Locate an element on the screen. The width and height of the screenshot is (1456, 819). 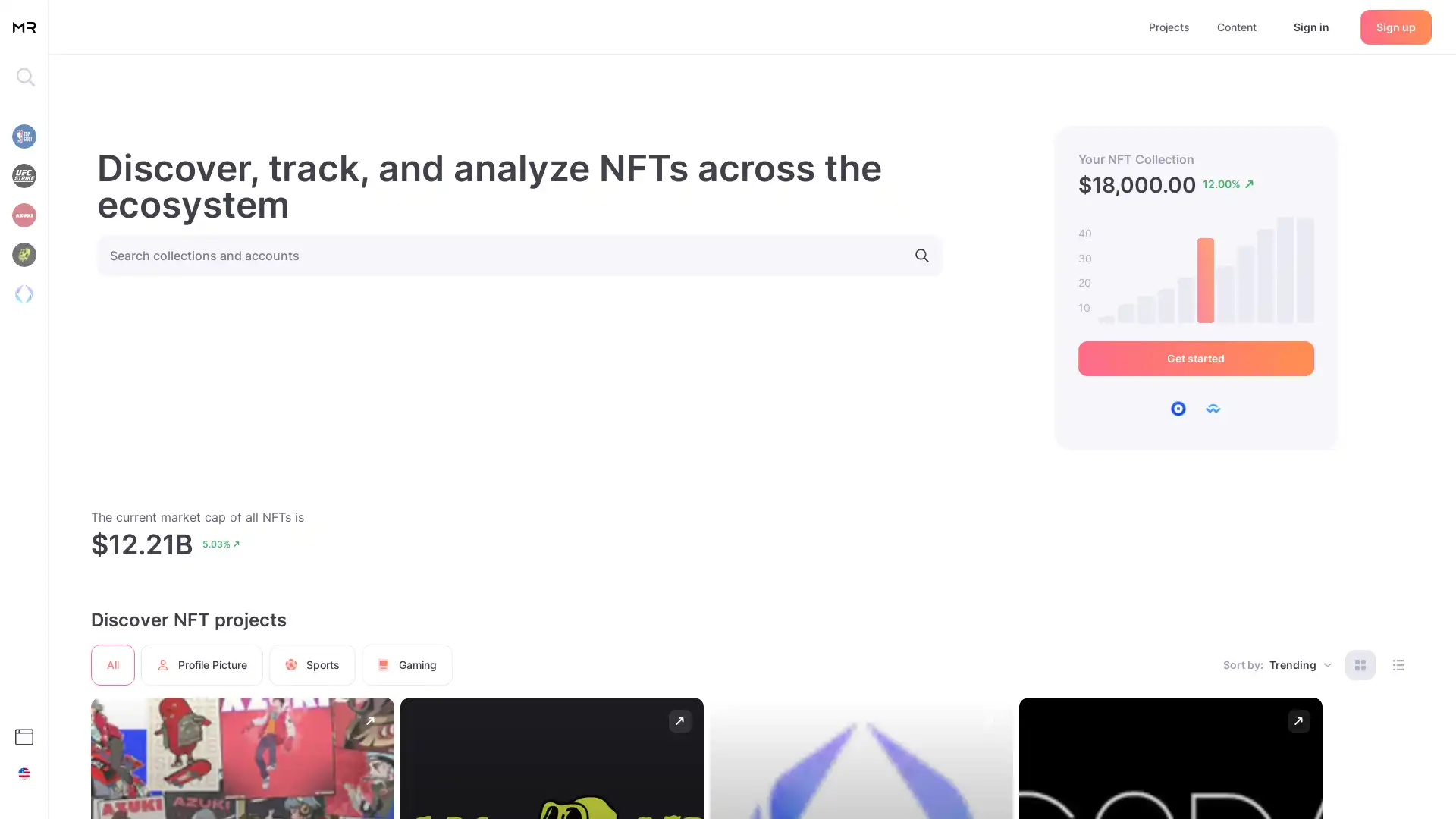
Sign up is located at coordinates (1395, 26).